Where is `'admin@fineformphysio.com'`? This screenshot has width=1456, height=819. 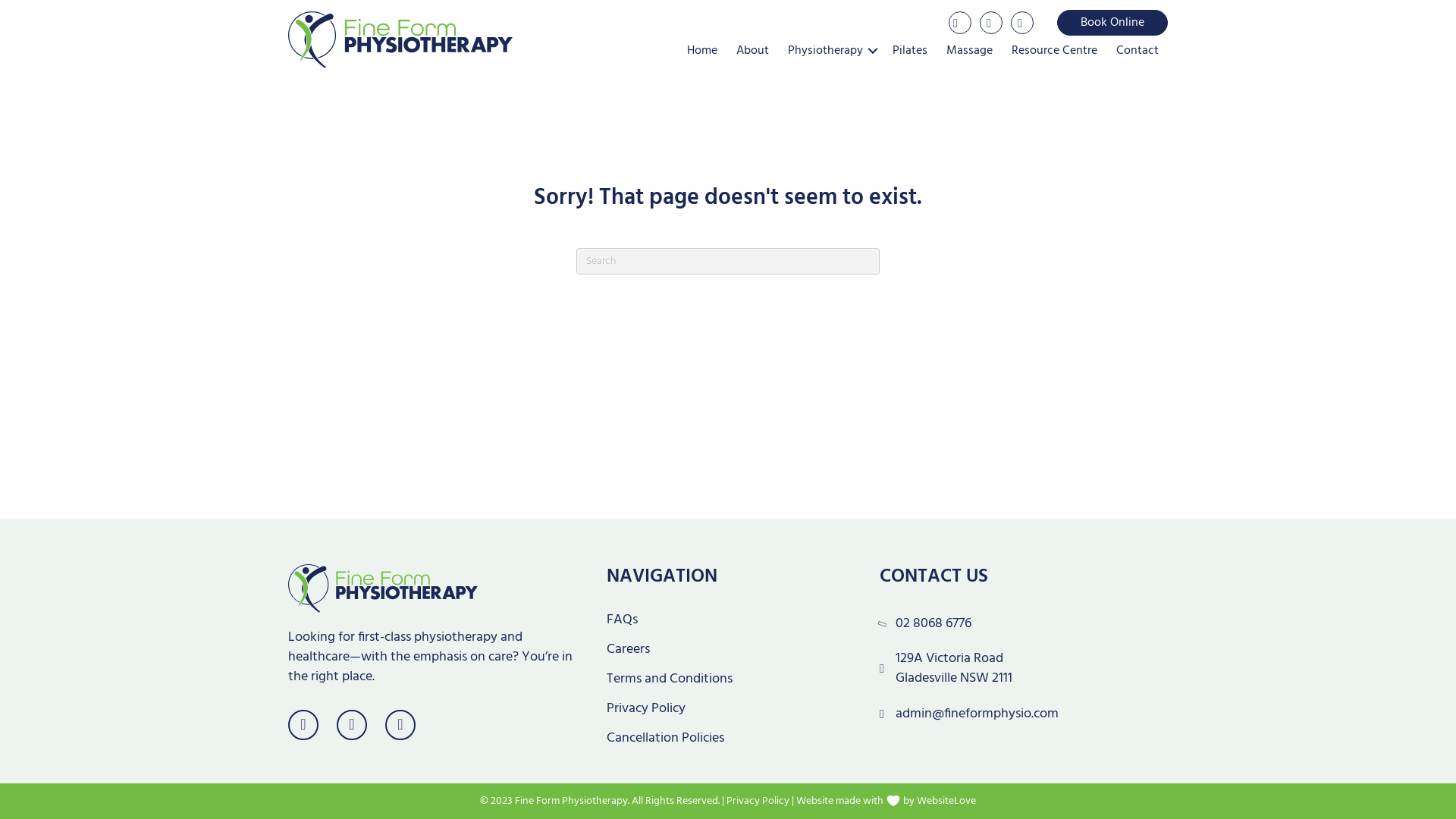 'admin@fineformphysio.com' is located at coordinates (977, 714).